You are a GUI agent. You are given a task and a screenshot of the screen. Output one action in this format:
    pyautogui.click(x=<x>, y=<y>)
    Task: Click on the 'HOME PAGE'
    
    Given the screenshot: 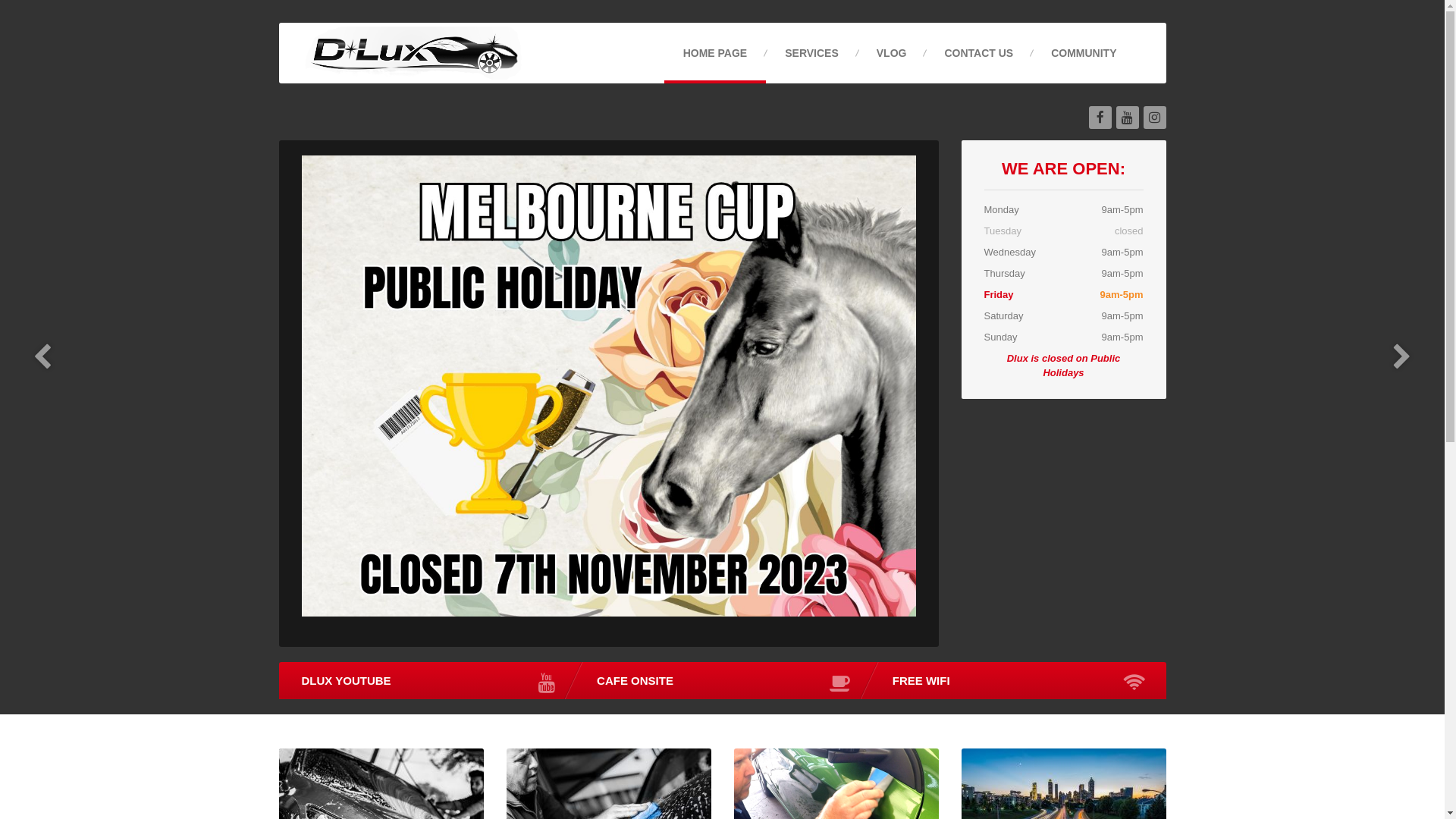 What is the action you would take?
    pyautogui.click(x=664, y=52)
    